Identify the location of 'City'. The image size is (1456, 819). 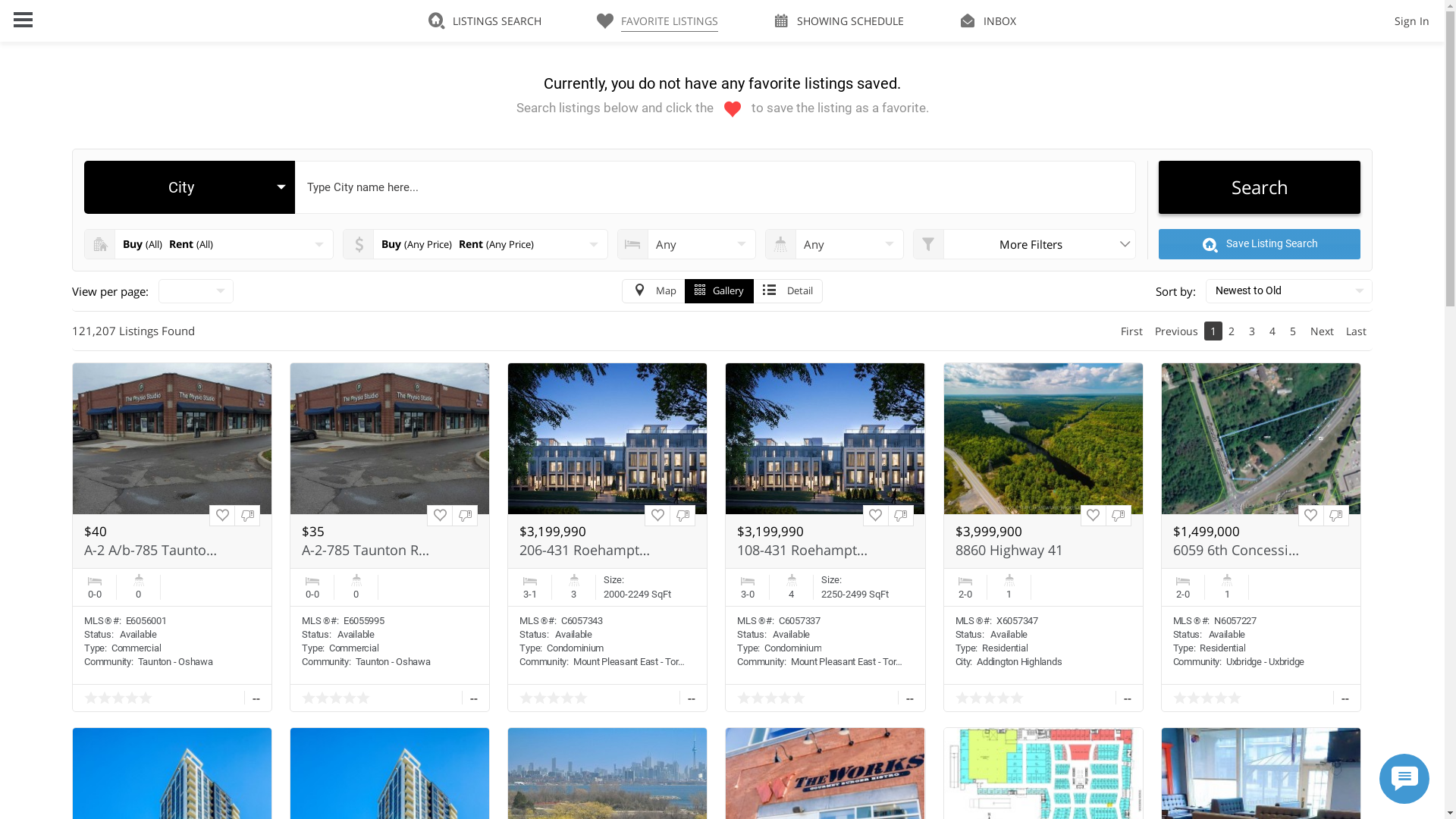
(188, 186).